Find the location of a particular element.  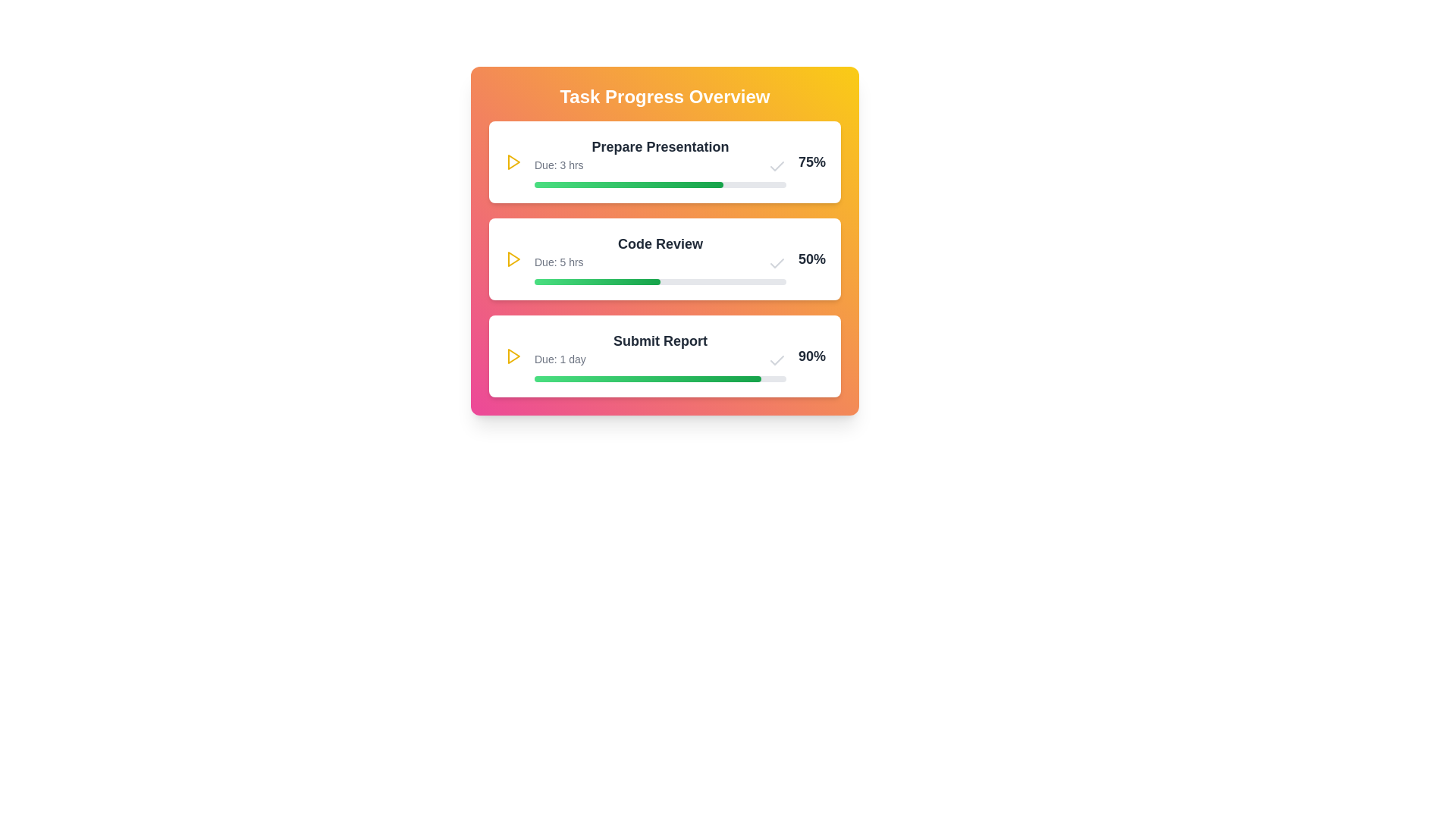

the play icon, which is a yellow-stroked SVG polygon resembling a right-pointing triangle, located in the 'Prepare Presentation' card adjacent to 'Due: 3 hrs' is located at coordinates (513, 356).